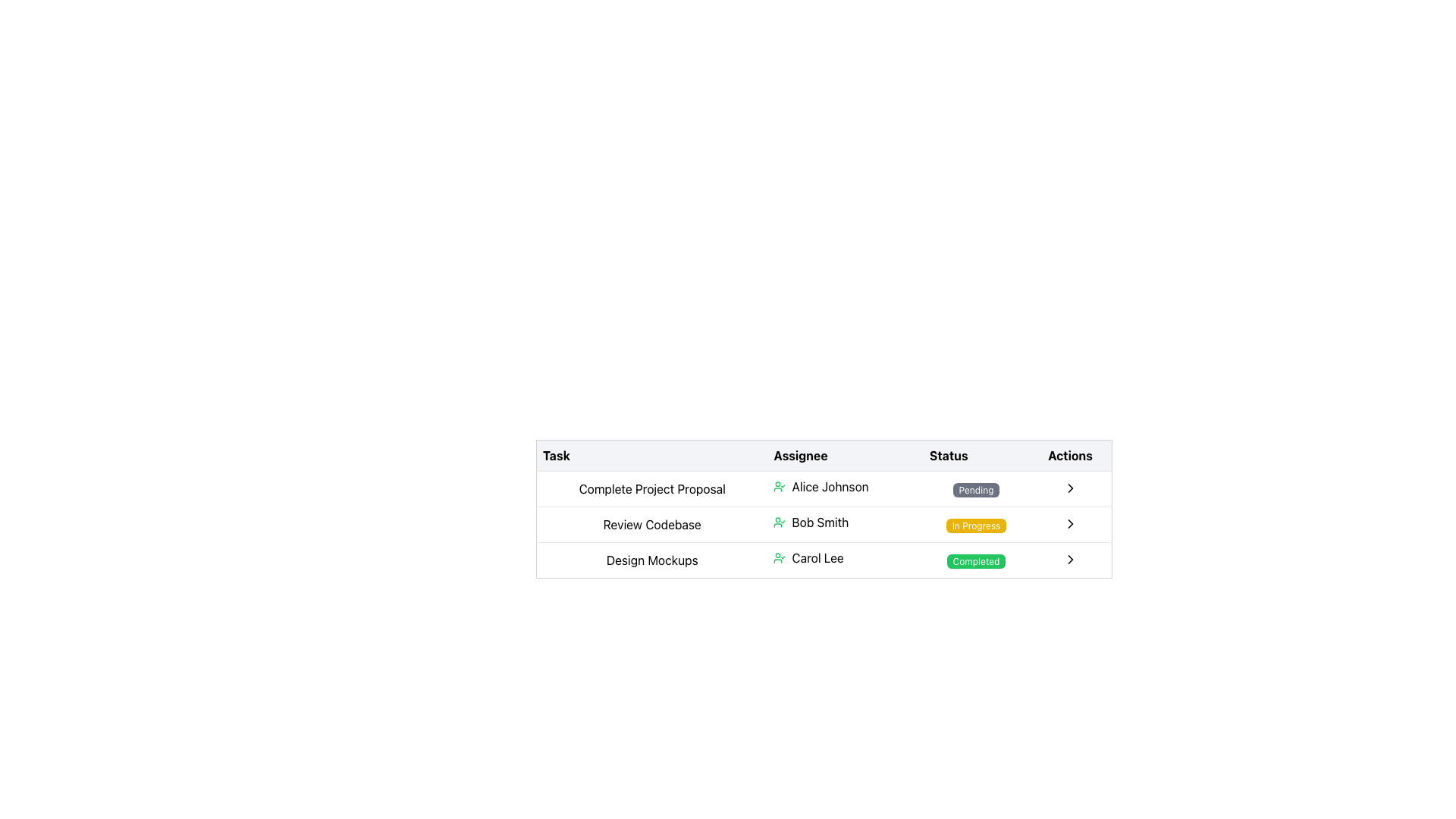 This screenshot has width=1456, height=819. What do you see at coordinates (1069, 560) in the screenshot?
I see `the rightward pointing chevron icon located in the 'Actions' column of the 'Design Mockups' row for navigation` at bounding box center [1069, 560].